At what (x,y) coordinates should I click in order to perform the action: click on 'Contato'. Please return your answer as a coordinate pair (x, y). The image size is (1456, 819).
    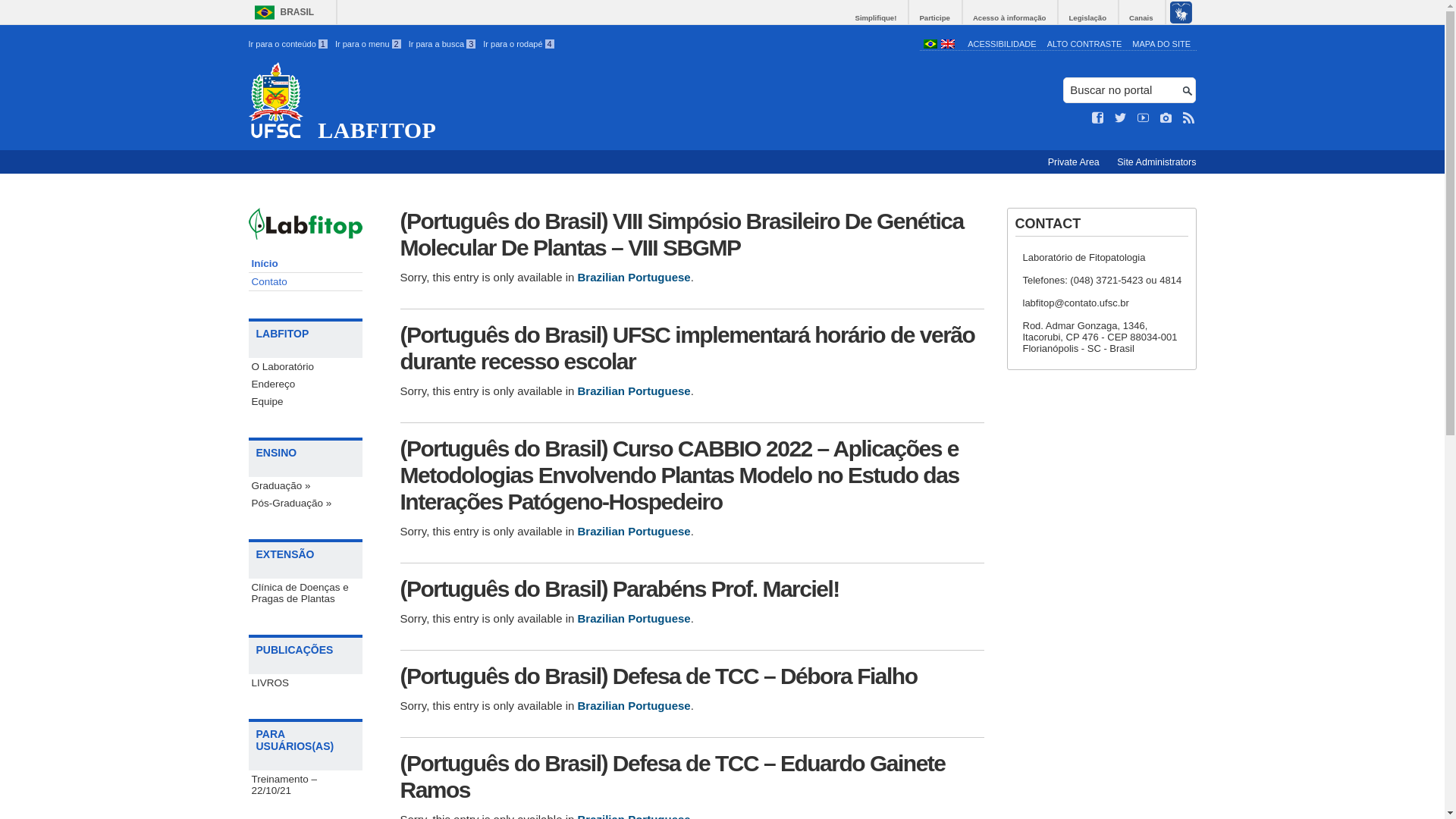
    Looking at the image, I should click on (305, 281).